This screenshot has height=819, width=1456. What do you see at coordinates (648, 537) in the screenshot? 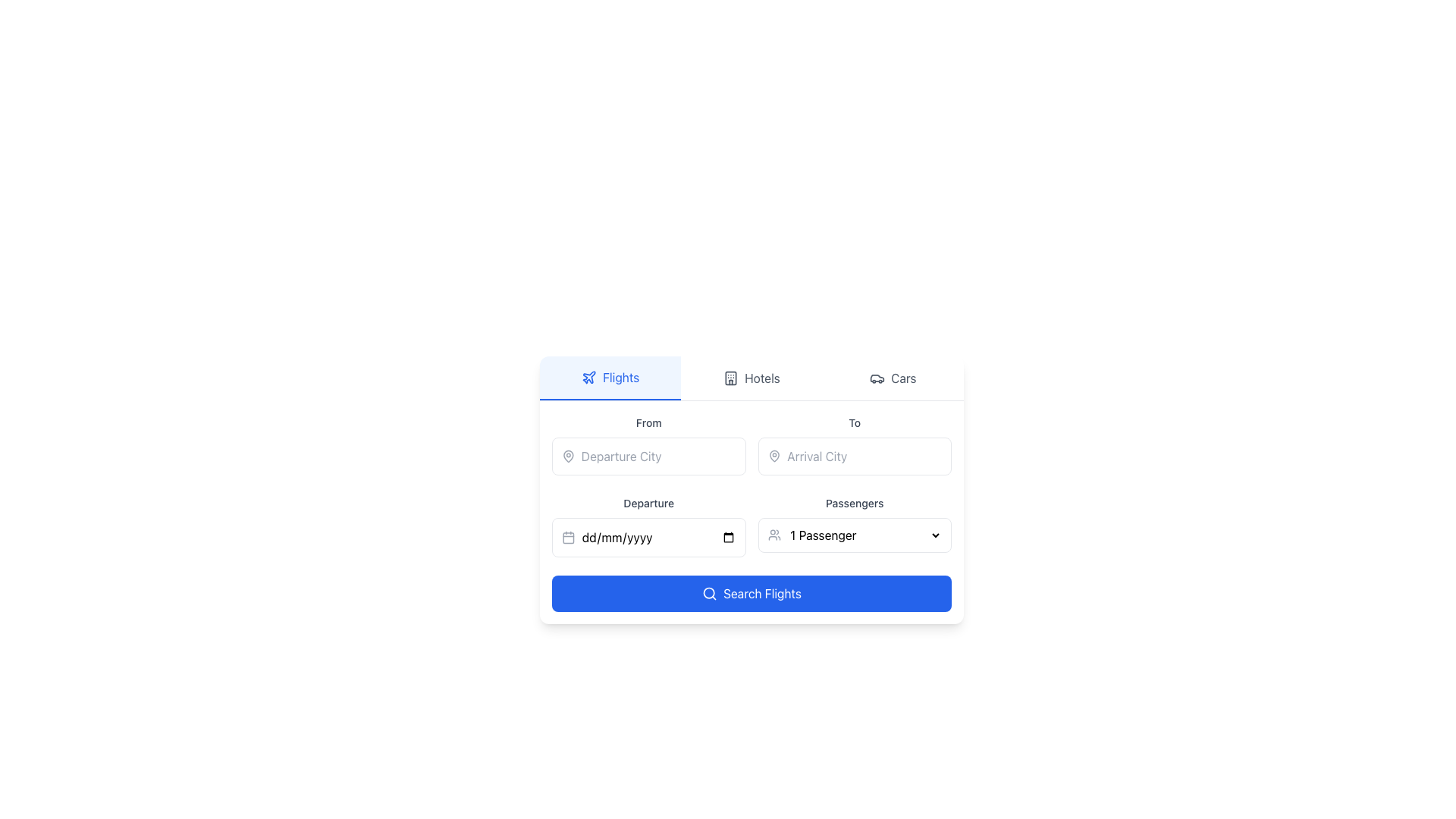
I see `the Date Input Field located in the 'Departure' section below the label 'Departure' to focus on it for date selection` at bounding box center [648, 537].